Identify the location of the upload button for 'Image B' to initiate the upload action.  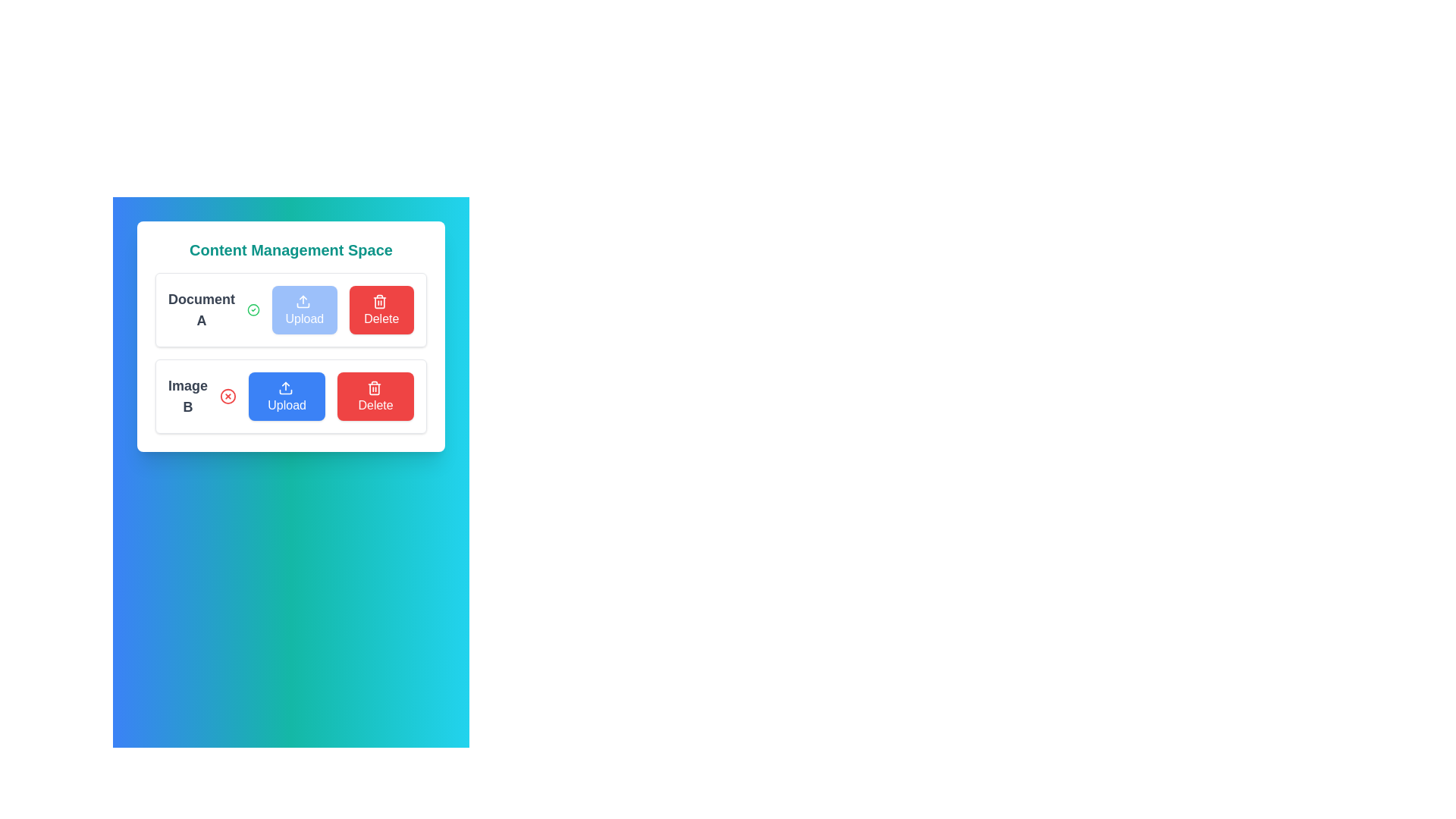
(287, 396).